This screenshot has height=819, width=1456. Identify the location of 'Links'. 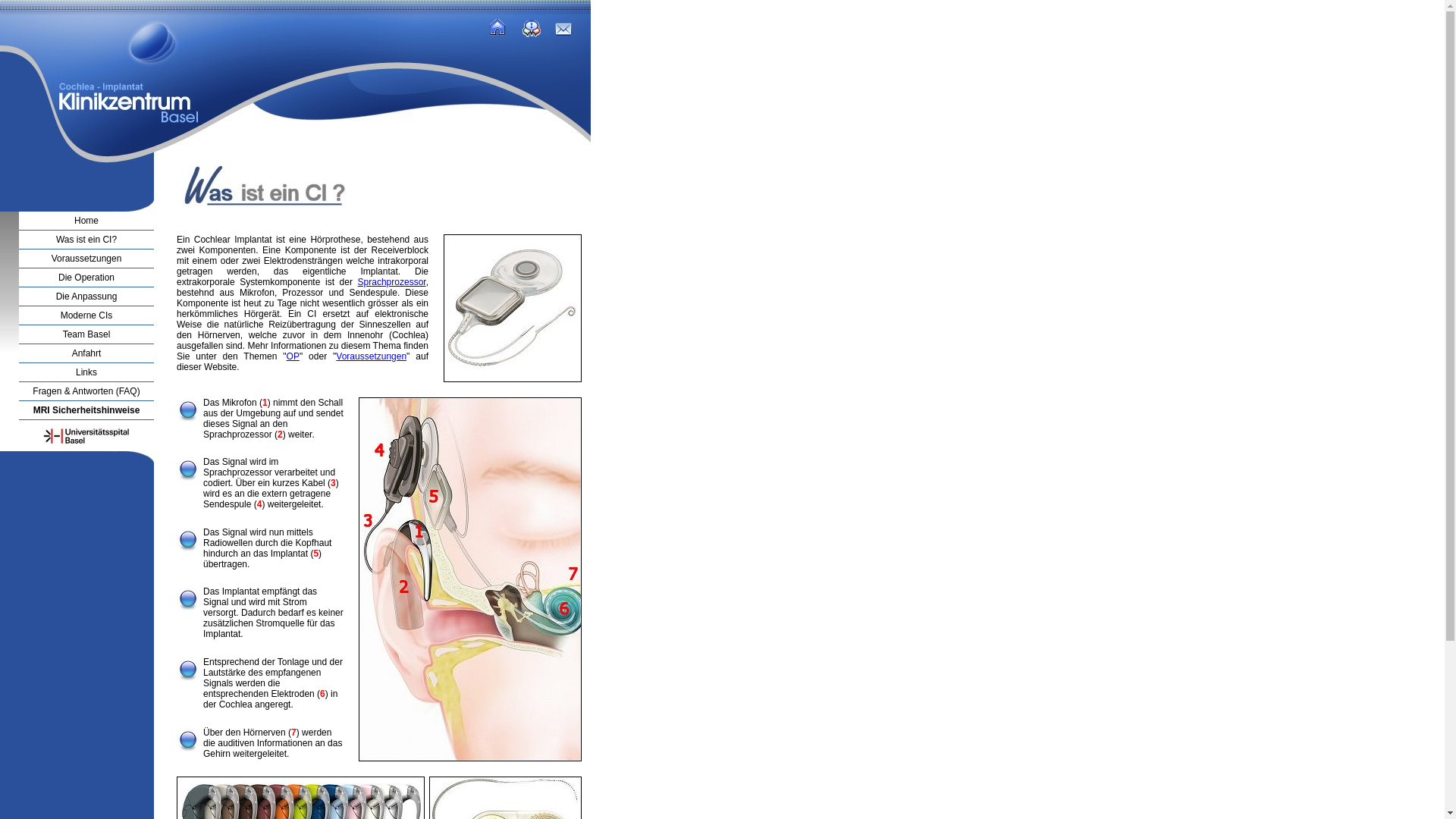
(86, 372).